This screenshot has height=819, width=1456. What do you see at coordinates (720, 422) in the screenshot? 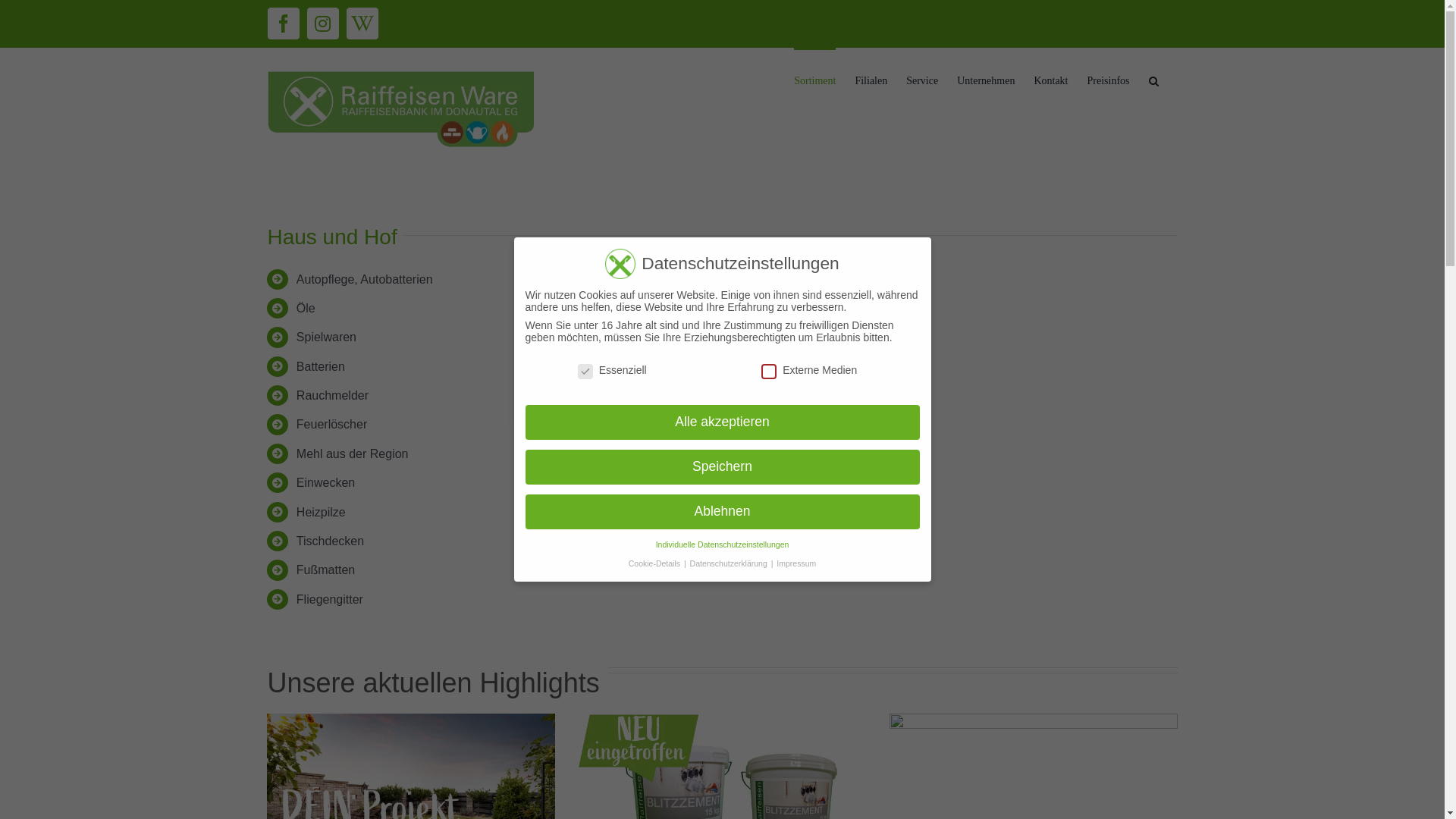
I see `'Alle akzeptieren'` at bounding box center [720, 422].